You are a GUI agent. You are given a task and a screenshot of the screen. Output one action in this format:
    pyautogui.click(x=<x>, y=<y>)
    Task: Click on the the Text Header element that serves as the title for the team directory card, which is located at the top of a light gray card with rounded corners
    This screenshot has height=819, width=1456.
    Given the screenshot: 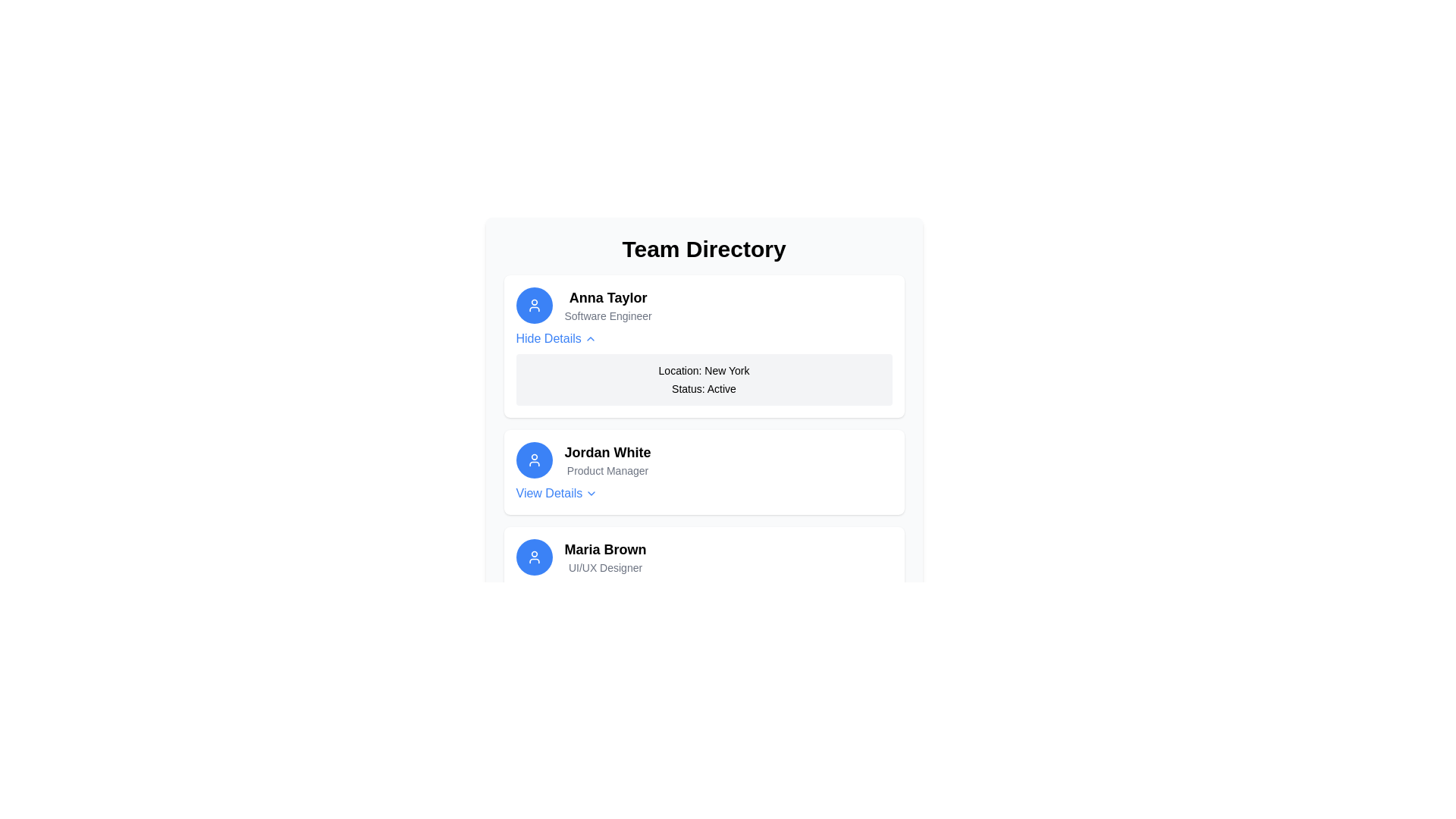 What is the action you would take?
    pyautogui.click(x=703, y=248)
    